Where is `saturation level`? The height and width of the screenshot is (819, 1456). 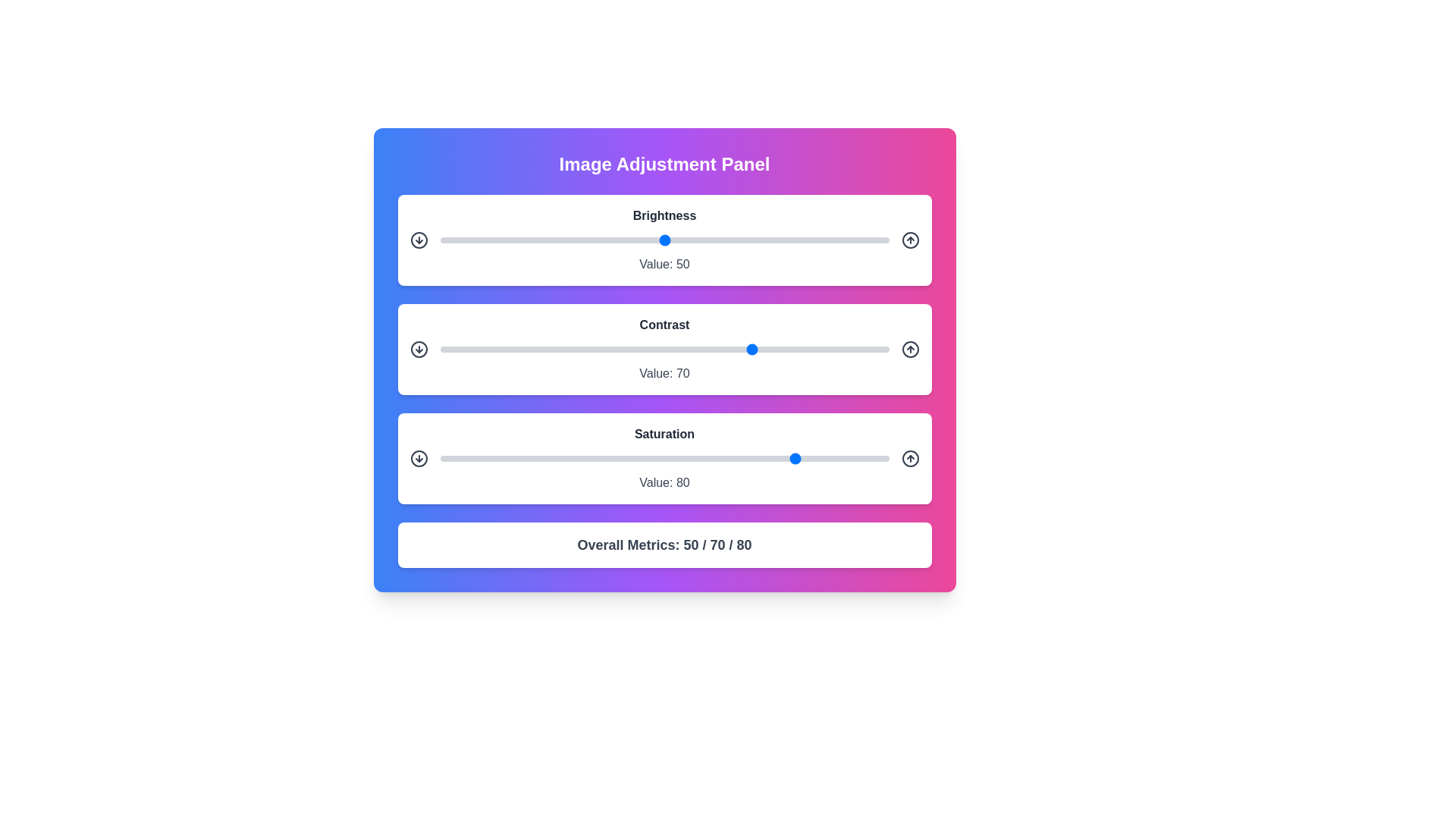 saturation level is located at coordinates (453, 458).